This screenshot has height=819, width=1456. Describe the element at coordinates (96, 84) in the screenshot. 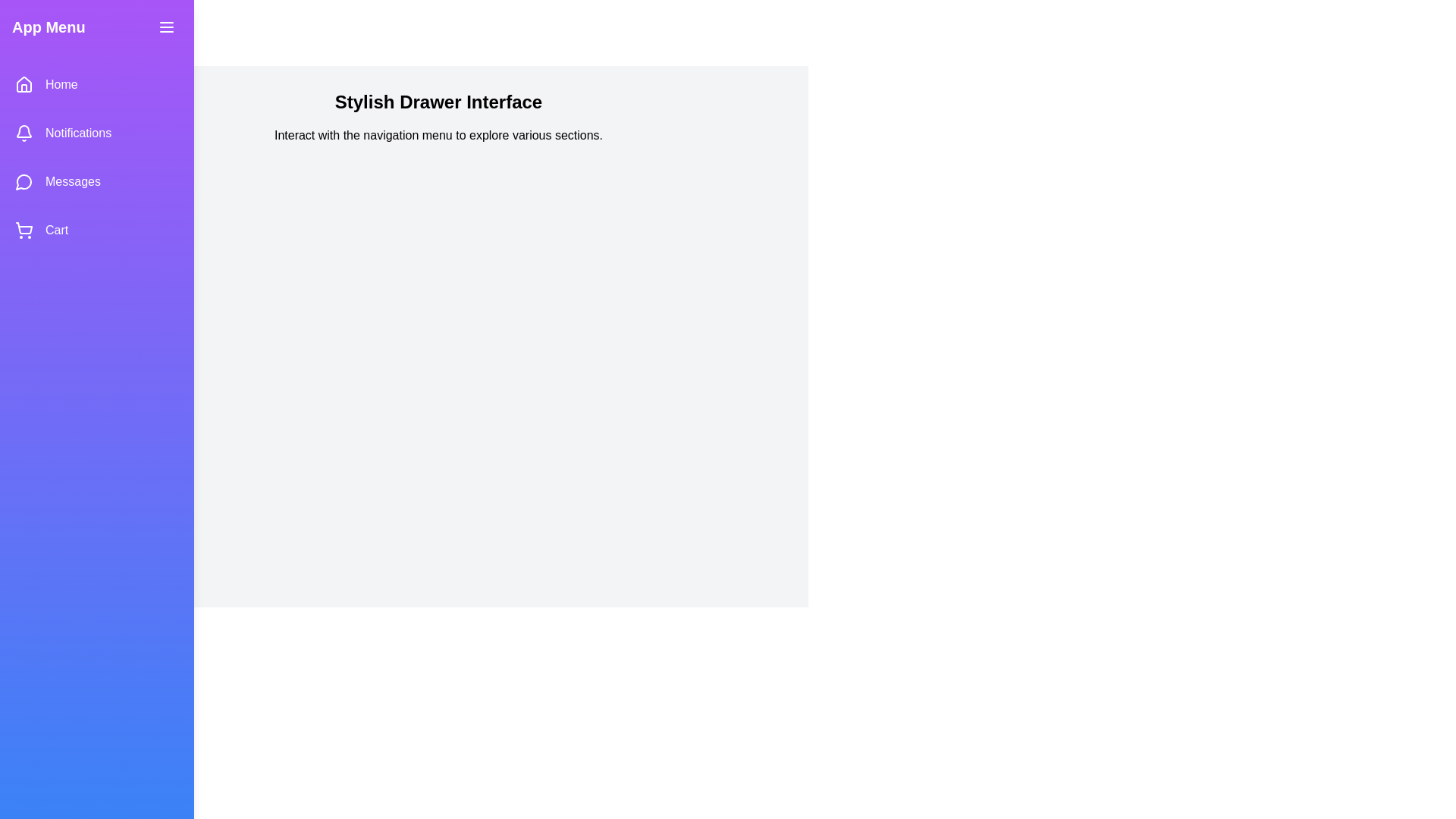

I see `the Home navigation option from the StylishDrawer menu` at that location.